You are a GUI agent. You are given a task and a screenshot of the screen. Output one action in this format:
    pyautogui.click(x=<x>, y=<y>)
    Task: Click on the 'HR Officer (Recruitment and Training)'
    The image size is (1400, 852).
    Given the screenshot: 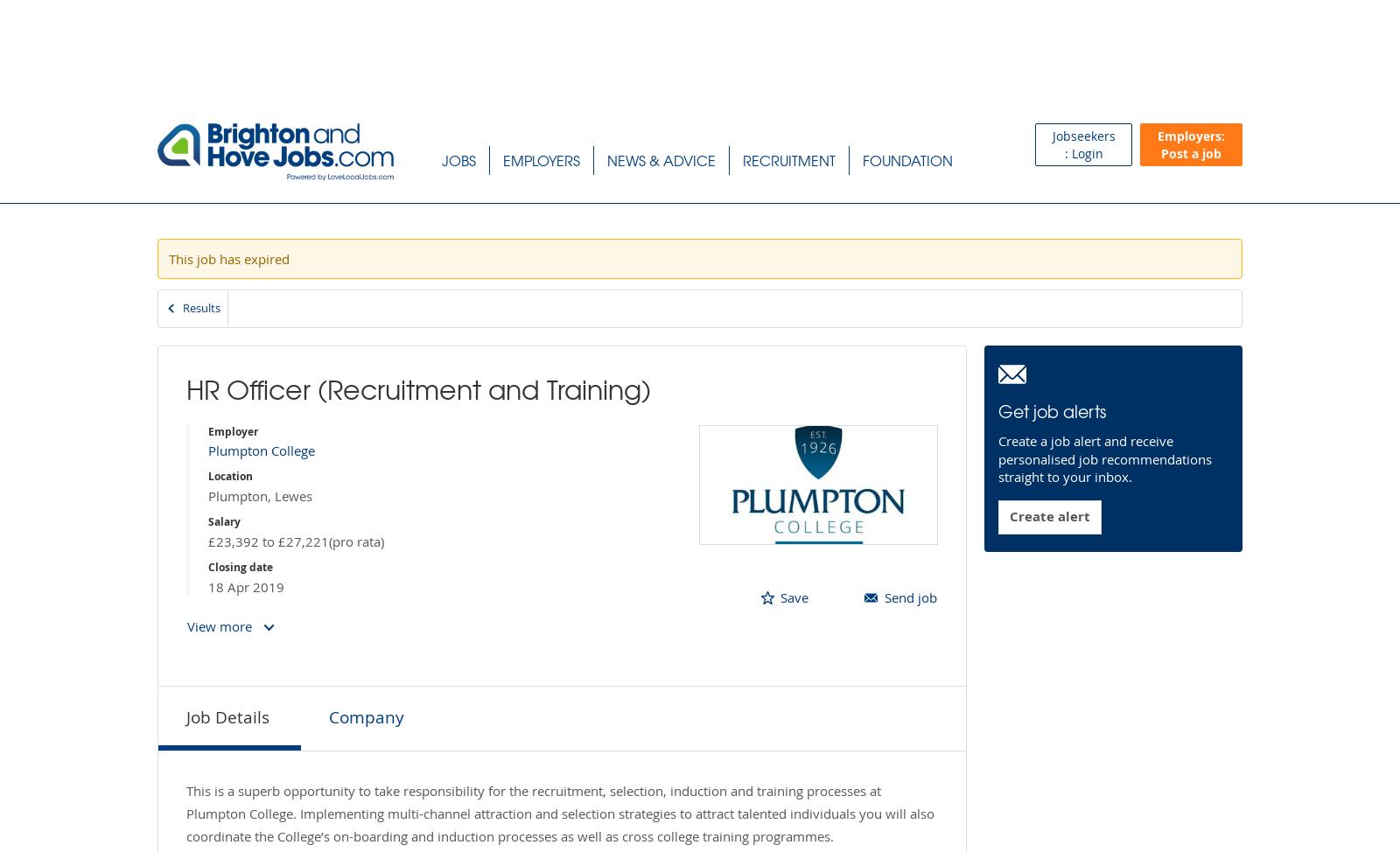 What is the action you would take?
    pyautogui.click(x=417, y=387)
    